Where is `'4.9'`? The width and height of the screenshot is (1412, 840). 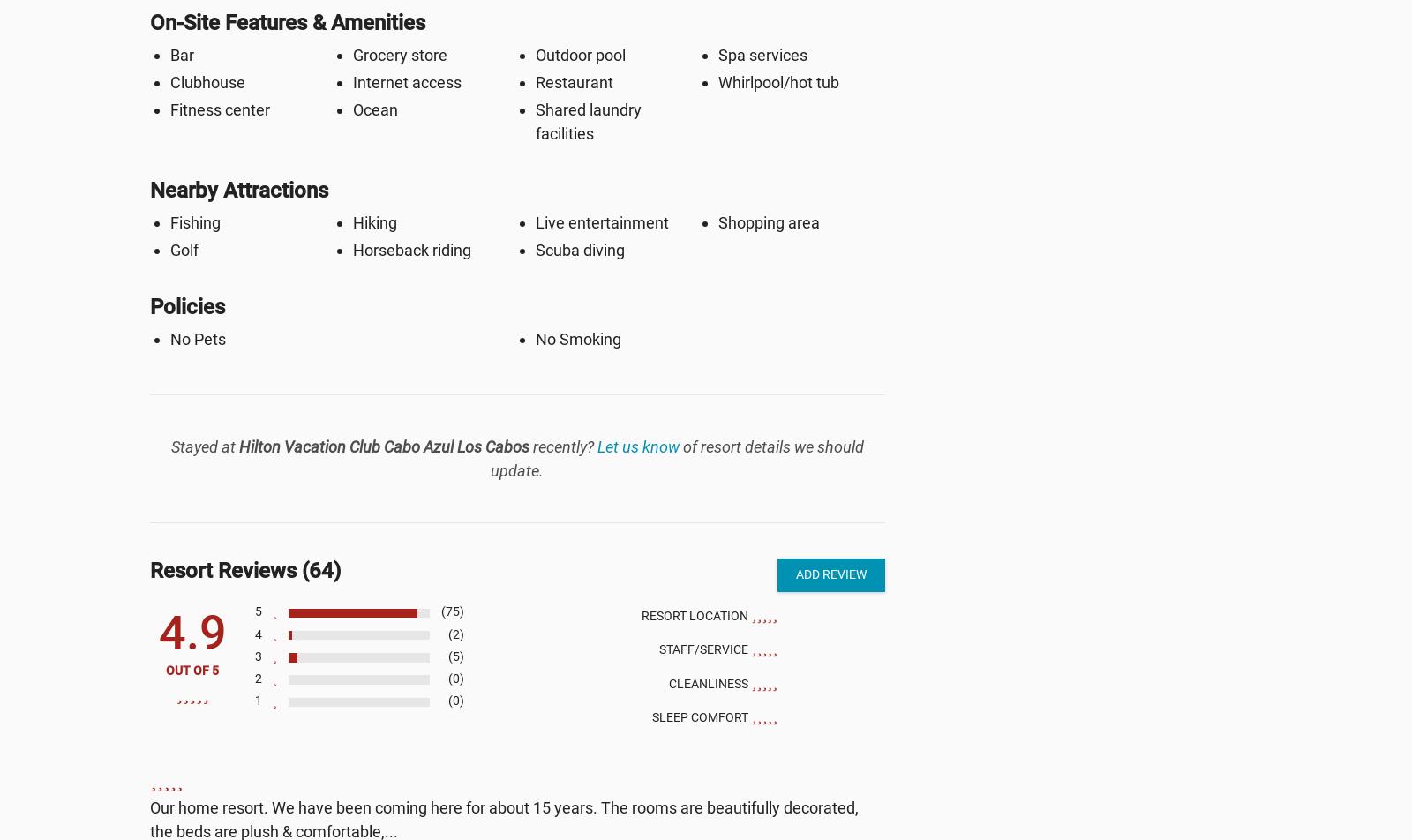 '4.9' is located at coordinates (192, 632).